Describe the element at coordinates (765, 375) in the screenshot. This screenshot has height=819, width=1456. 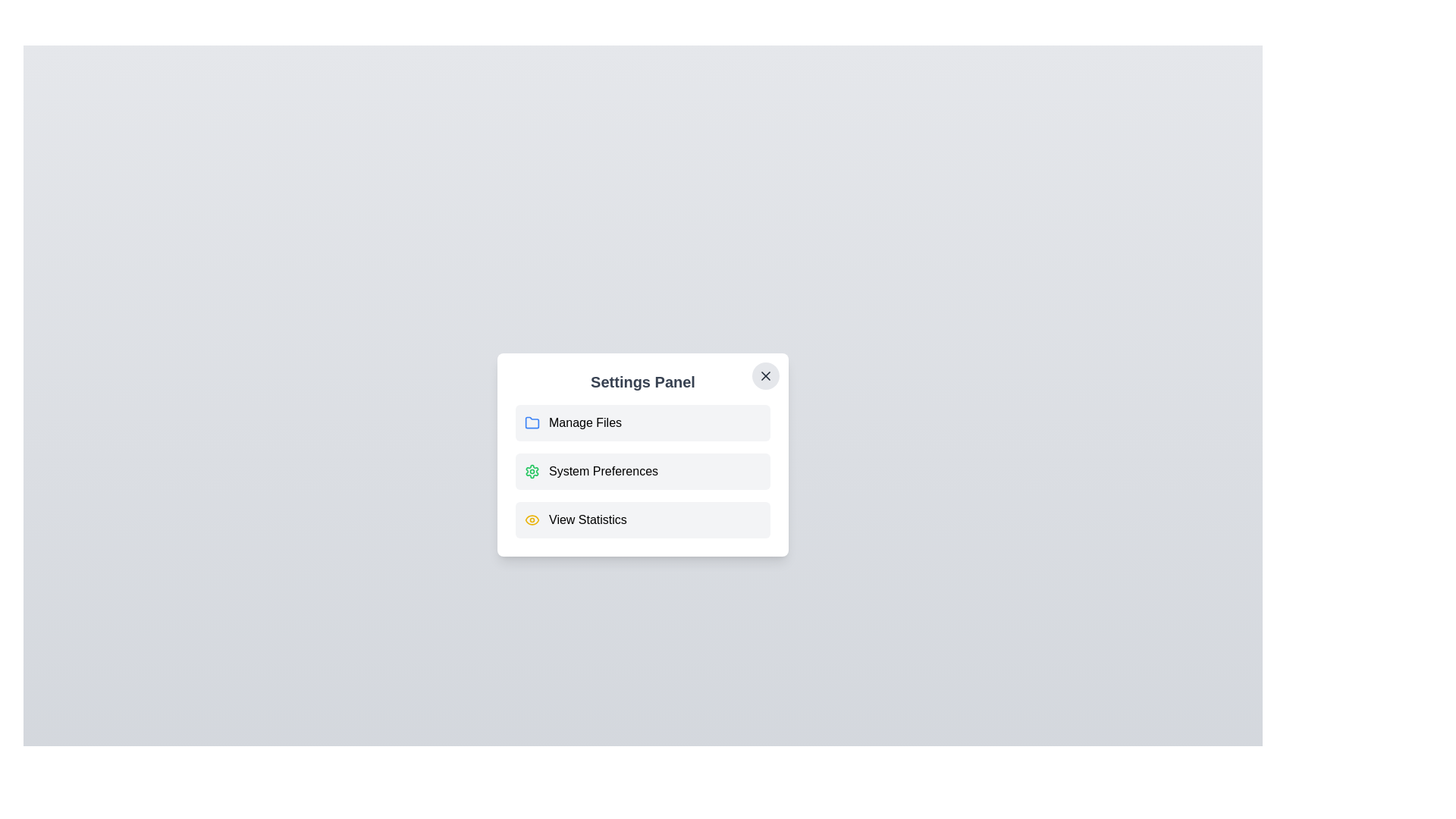
I see `the 'X' icon in the top-right corner of the 'Settings Panel'` at that location.